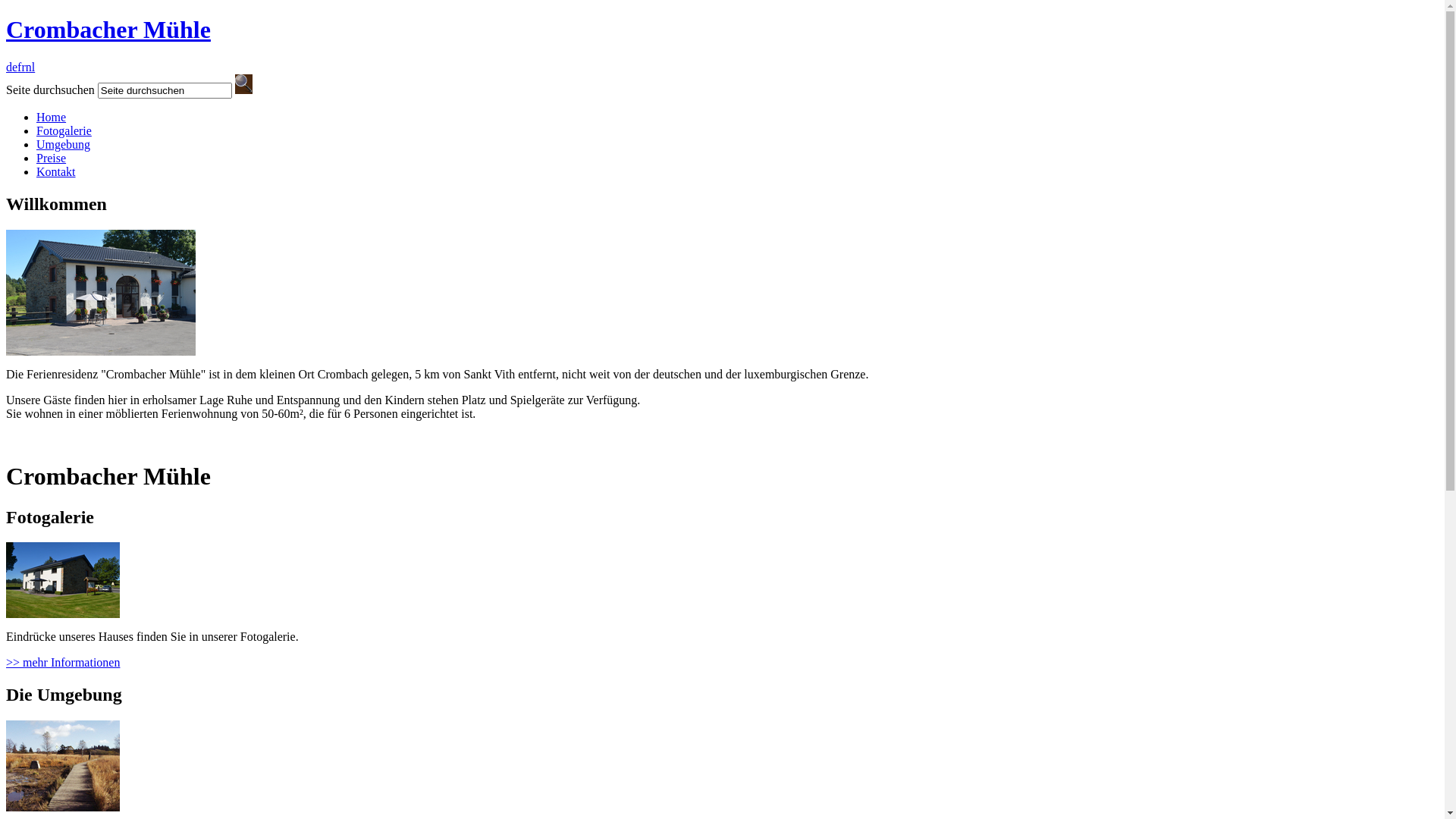 Image resolution: width=1456 pixels, height=819 pixels. I want to click on 'Preise', so click(51, 158).